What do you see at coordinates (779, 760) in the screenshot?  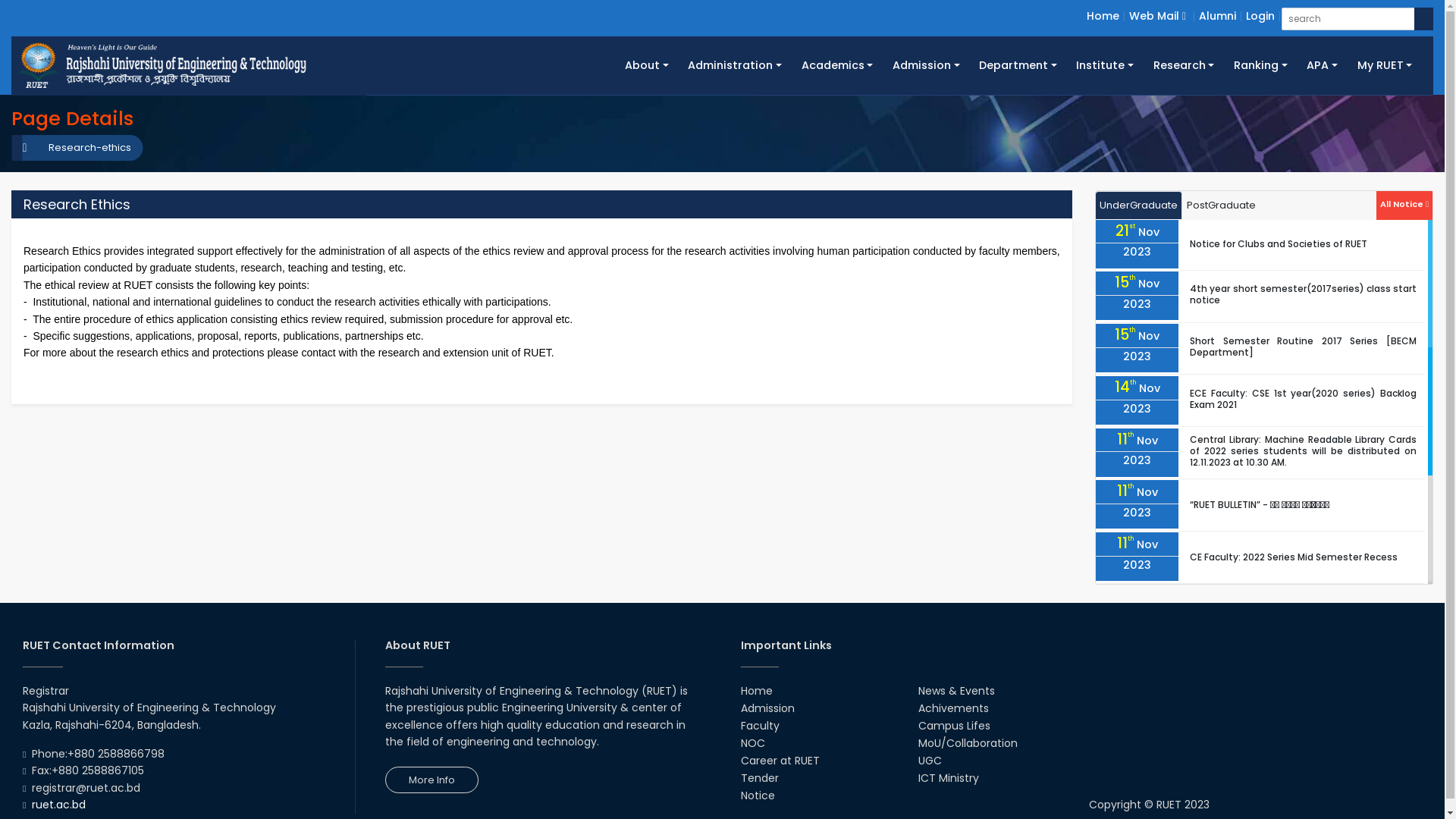 I see `'Career at RUET'` at bounding box center [779, 760].